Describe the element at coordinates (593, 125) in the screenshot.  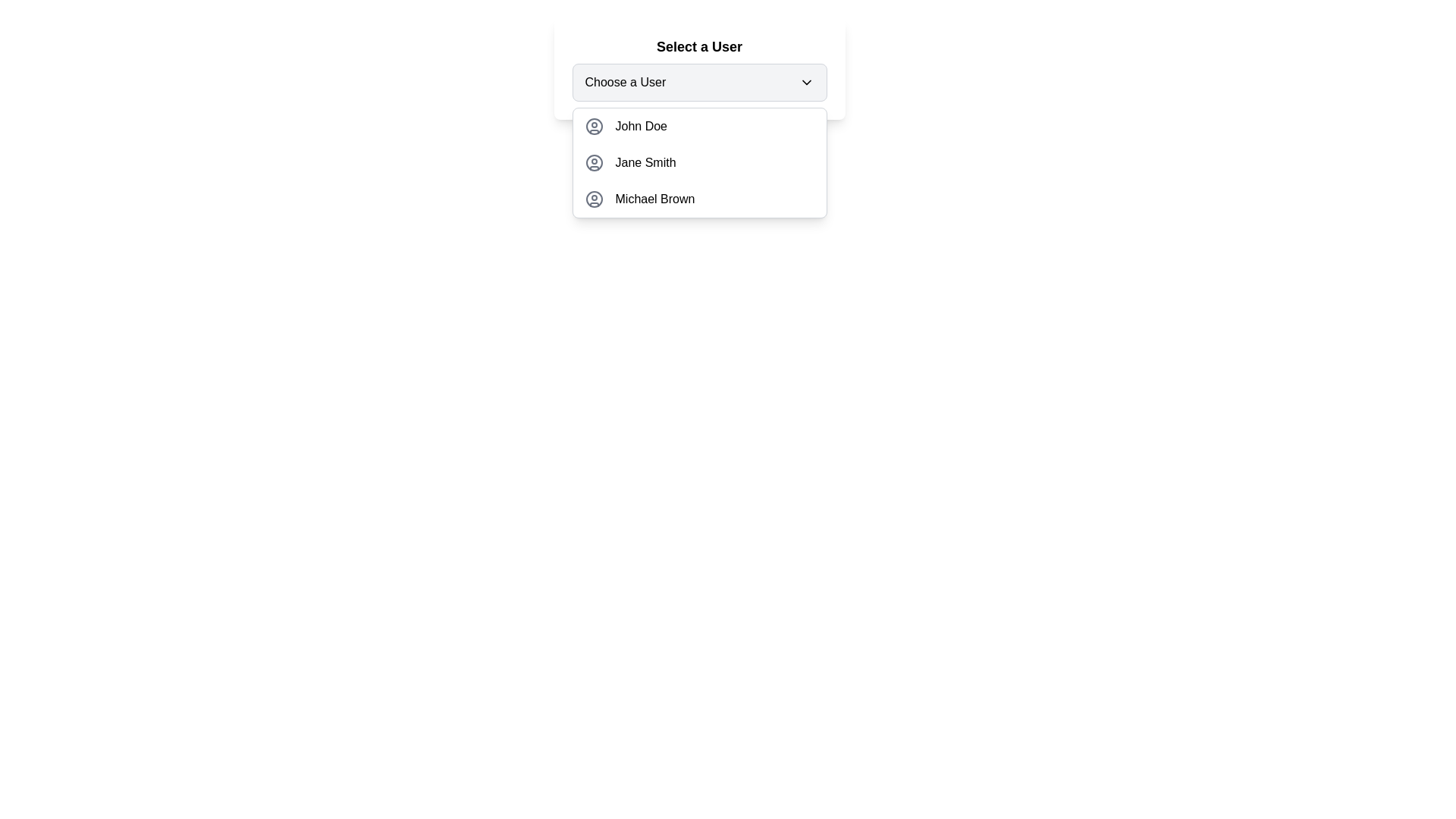
I see `the small circular user icon with a gray outline, which features a stylized human figure, located to the left of the text 'John Doe' in the dropdown menu under 'Select a User'` at that location.